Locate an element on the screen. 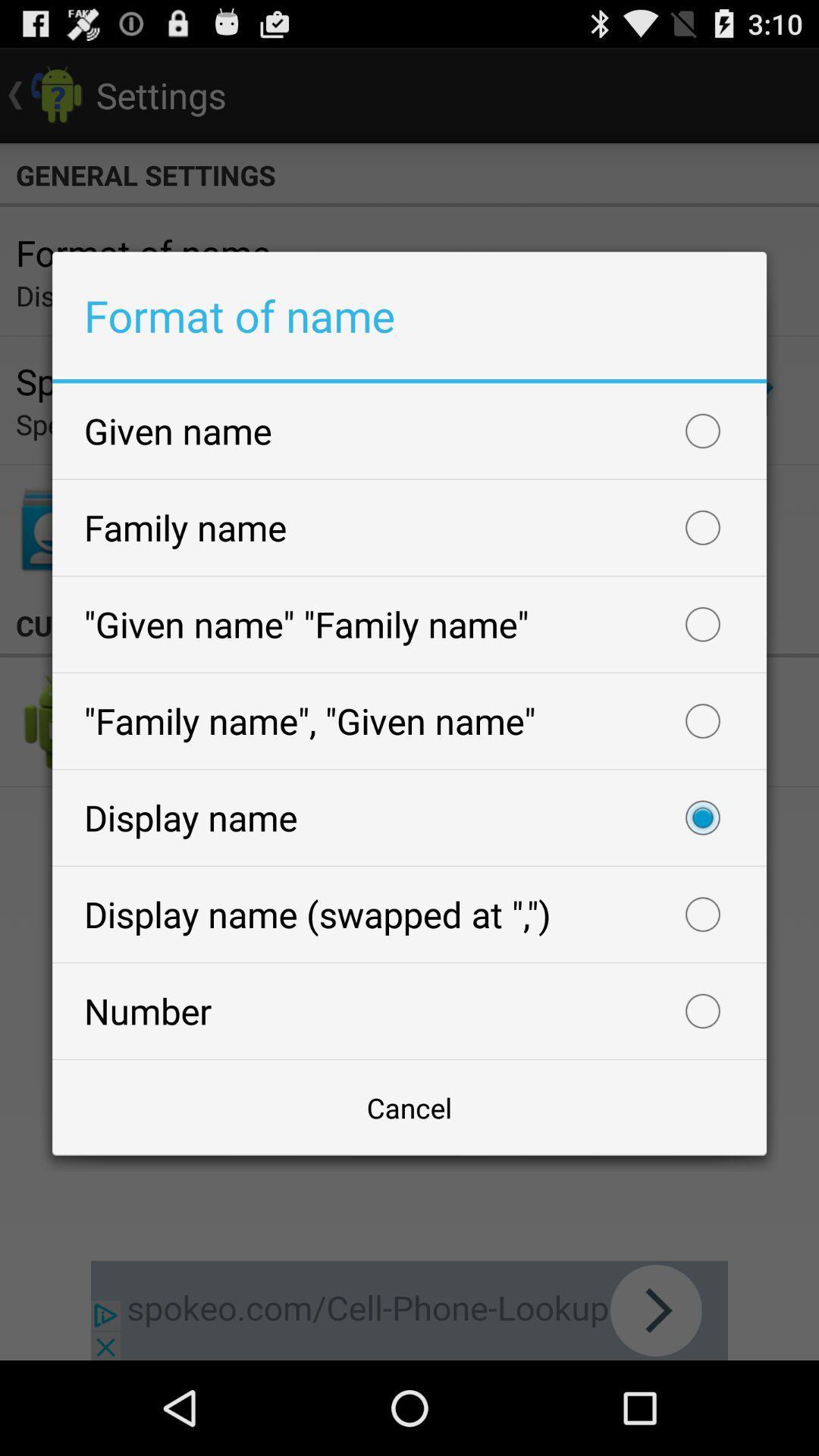 Image resolution: width=819 pixels, height=1456 pixels. cancel icon is located at coordinates (409, 1107).